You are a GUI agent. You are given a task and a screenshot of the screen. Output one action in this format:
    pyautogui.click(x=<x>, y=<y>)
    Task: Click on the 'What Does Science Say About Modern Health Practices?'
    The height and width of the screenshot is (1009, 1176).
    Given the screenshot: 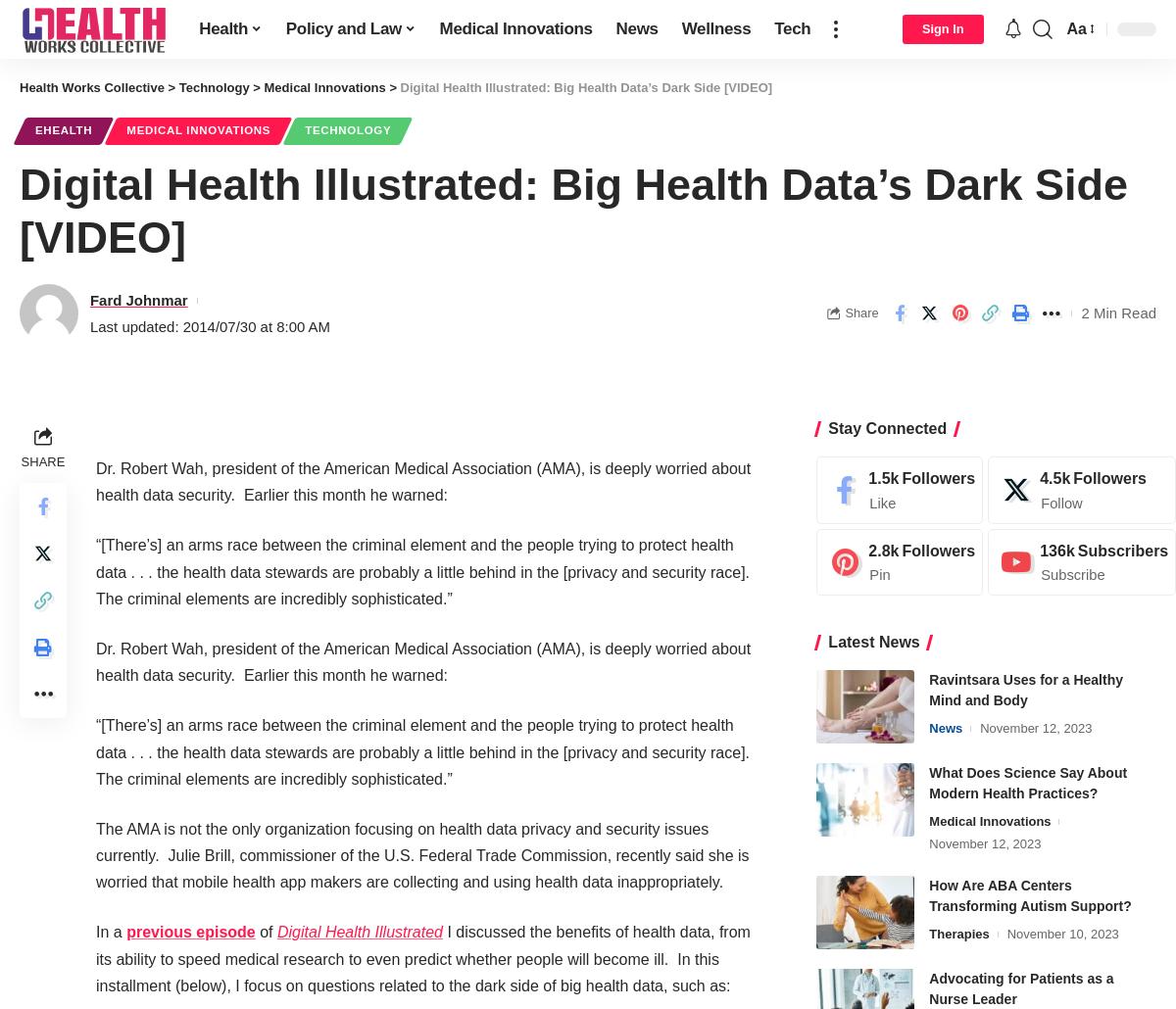 What is the action you would take?
    pyautogui.click(x=1028, y=782)
    